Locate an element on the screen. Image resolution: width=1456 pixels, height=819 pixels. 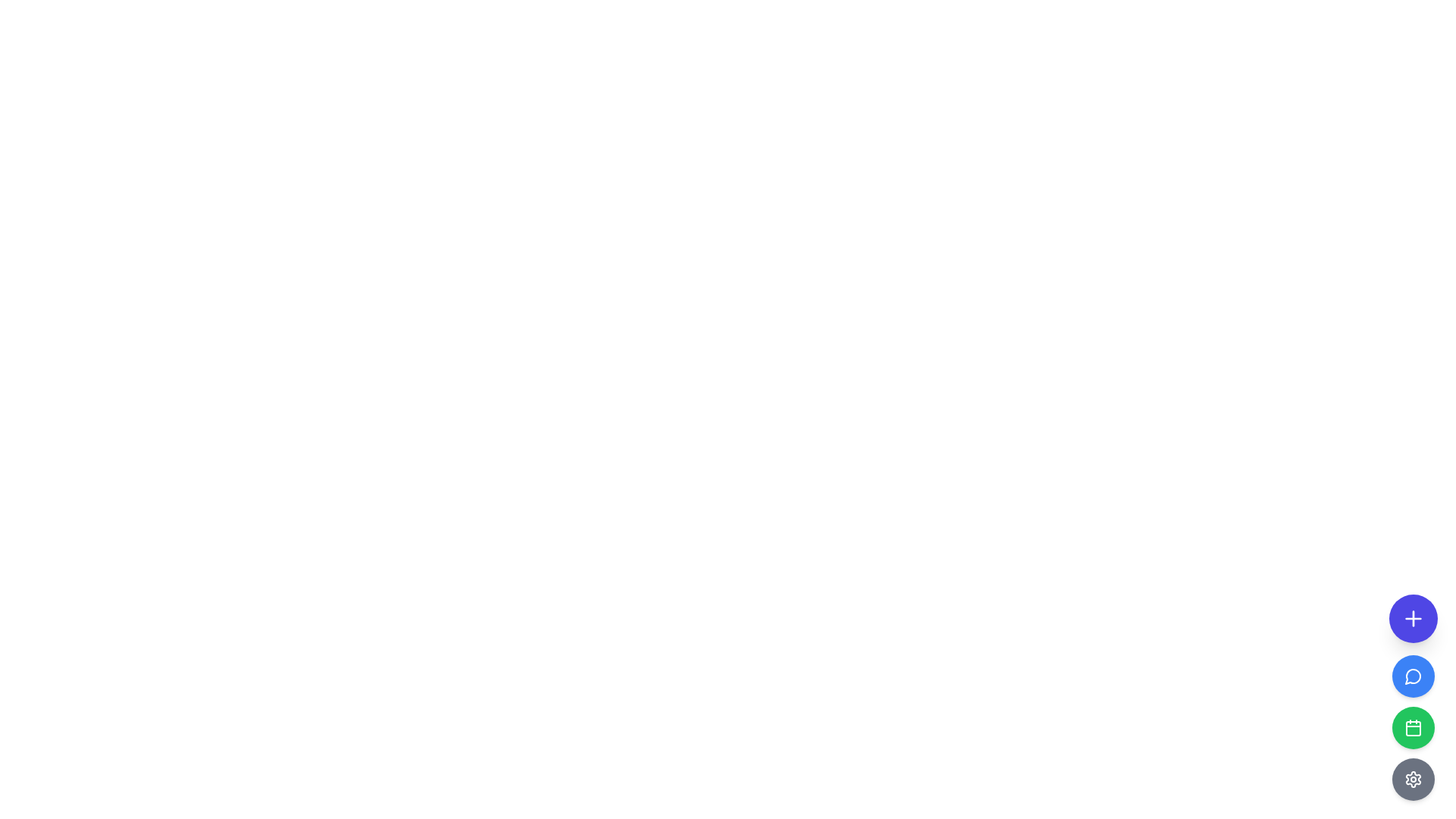
the settings icon button, which is a gear icon located in the bottom-right corner of the interface is located at coordinates (1412, 780).